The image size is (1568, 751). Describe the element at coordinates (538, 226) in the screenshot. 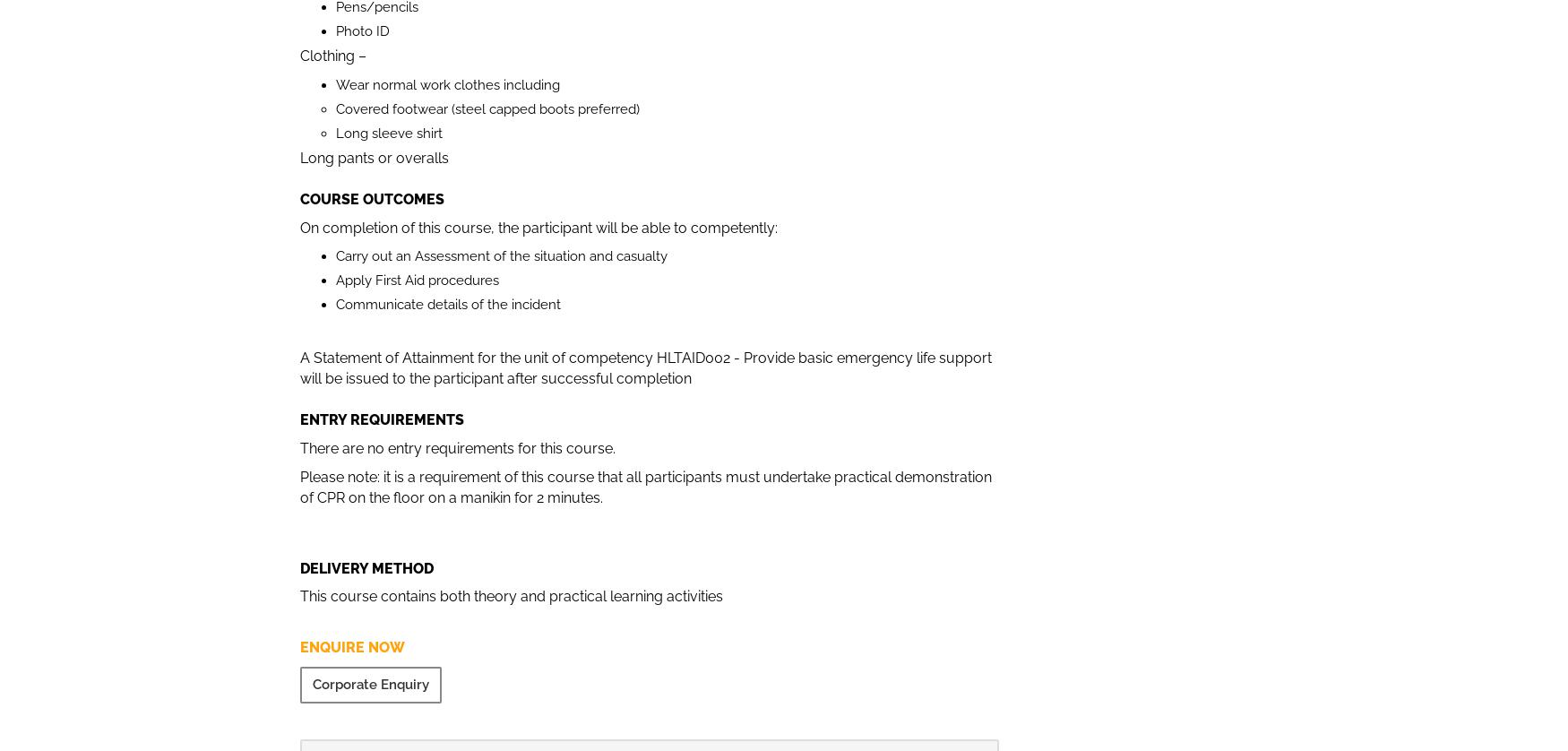

I see `'On completion of this course, the participant will be able to competently:'` at that location.